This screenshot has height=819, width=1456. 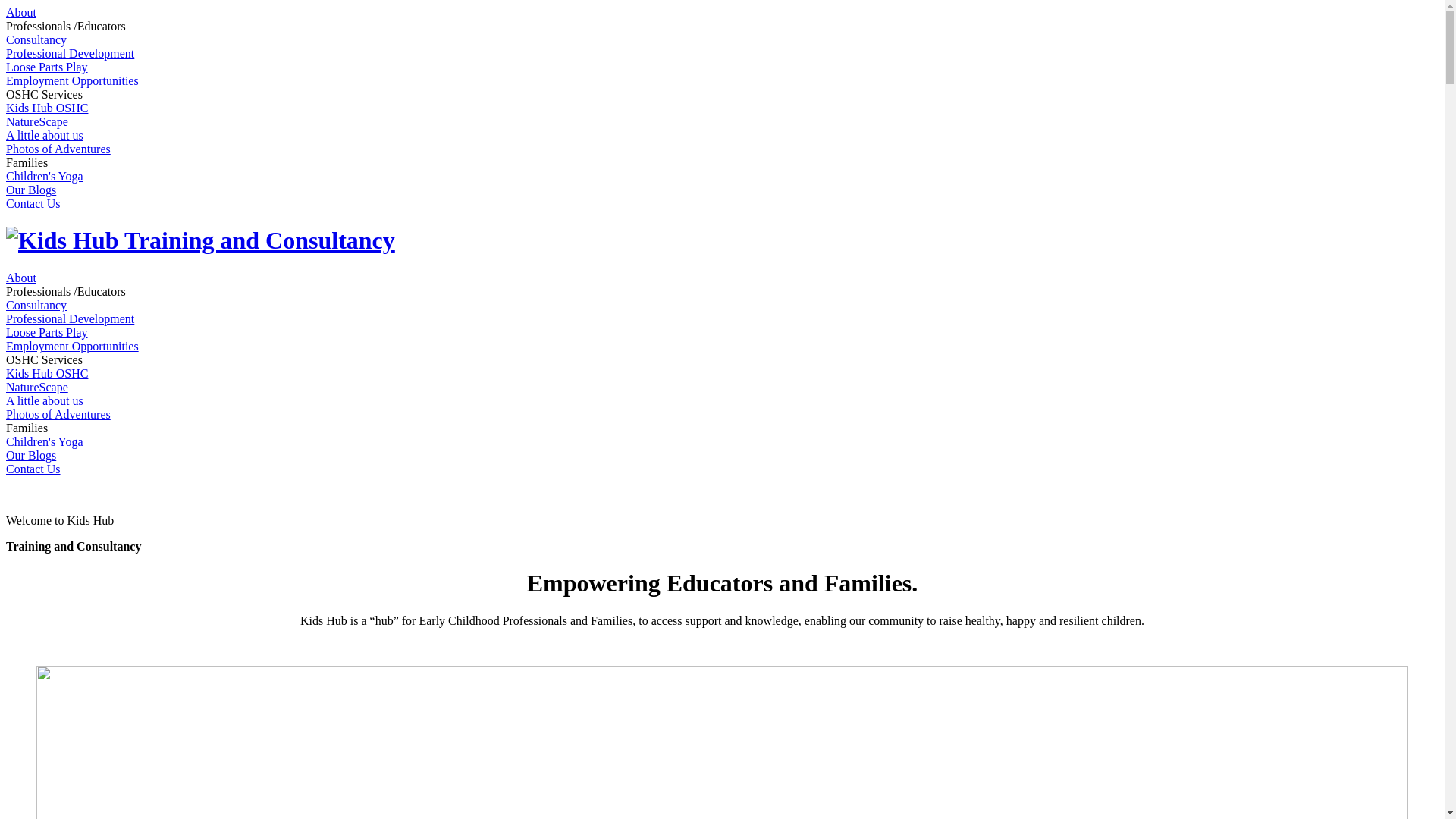 I want to click on 'A little about us', so click(x=44, y=134).